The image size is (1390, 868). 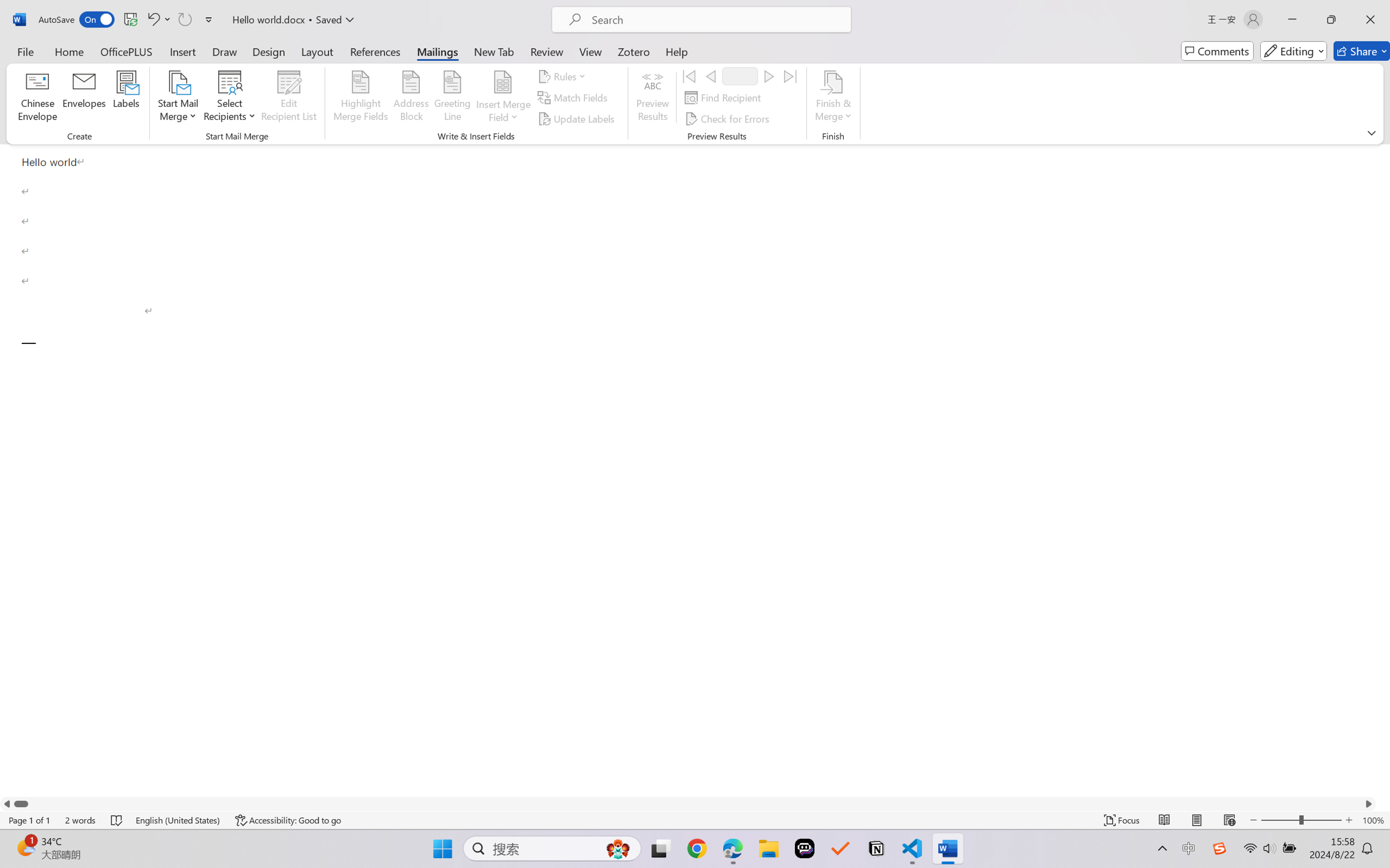 What do you see at coordinates (6, 803) in the screenshot?
I see `'Column left'` at bounding box center [6, 803].